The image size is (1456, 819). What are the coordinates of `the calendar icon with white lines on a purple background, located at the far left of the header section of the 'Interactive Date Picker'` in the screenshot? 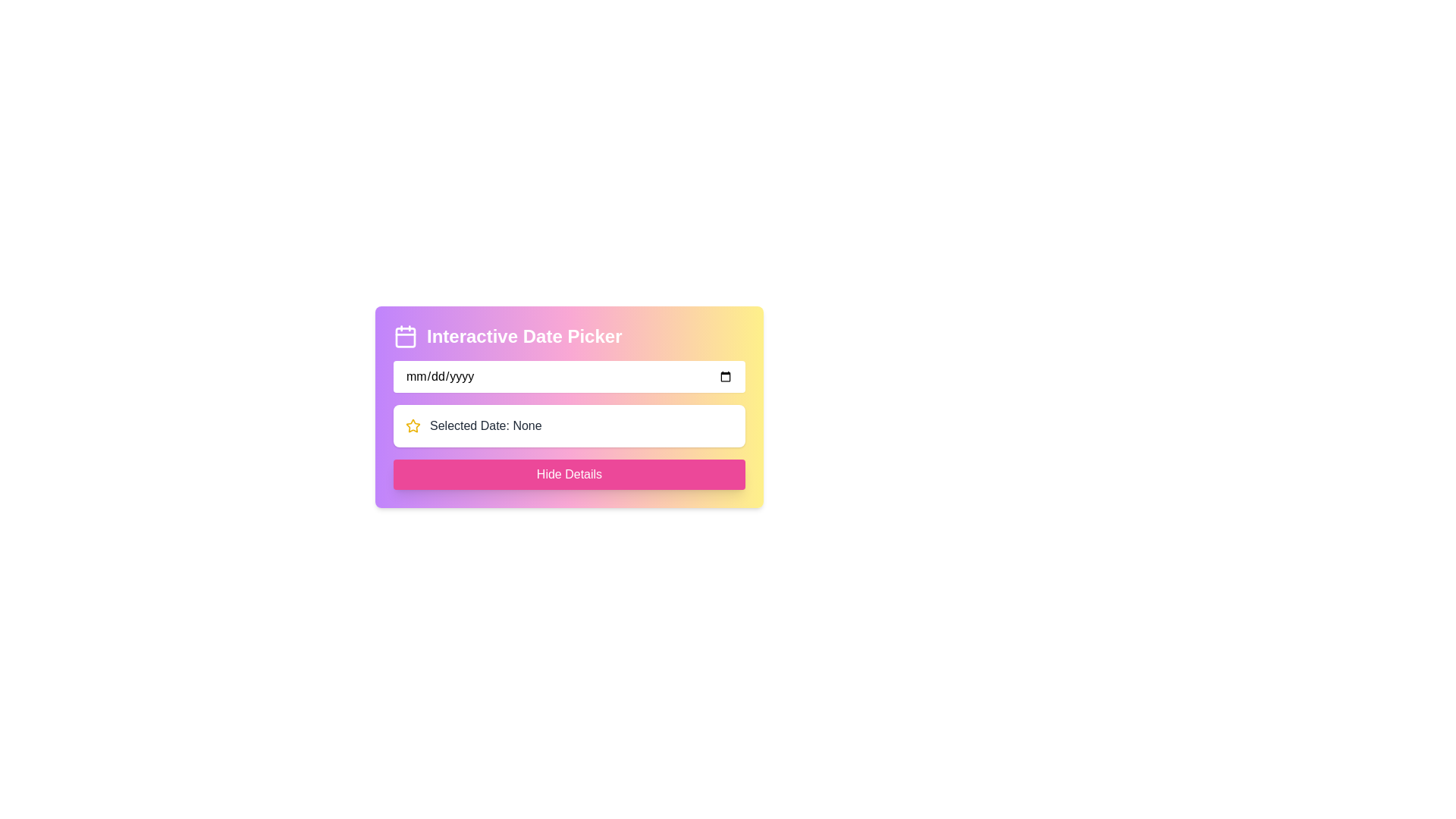 It's located at (405, 335).